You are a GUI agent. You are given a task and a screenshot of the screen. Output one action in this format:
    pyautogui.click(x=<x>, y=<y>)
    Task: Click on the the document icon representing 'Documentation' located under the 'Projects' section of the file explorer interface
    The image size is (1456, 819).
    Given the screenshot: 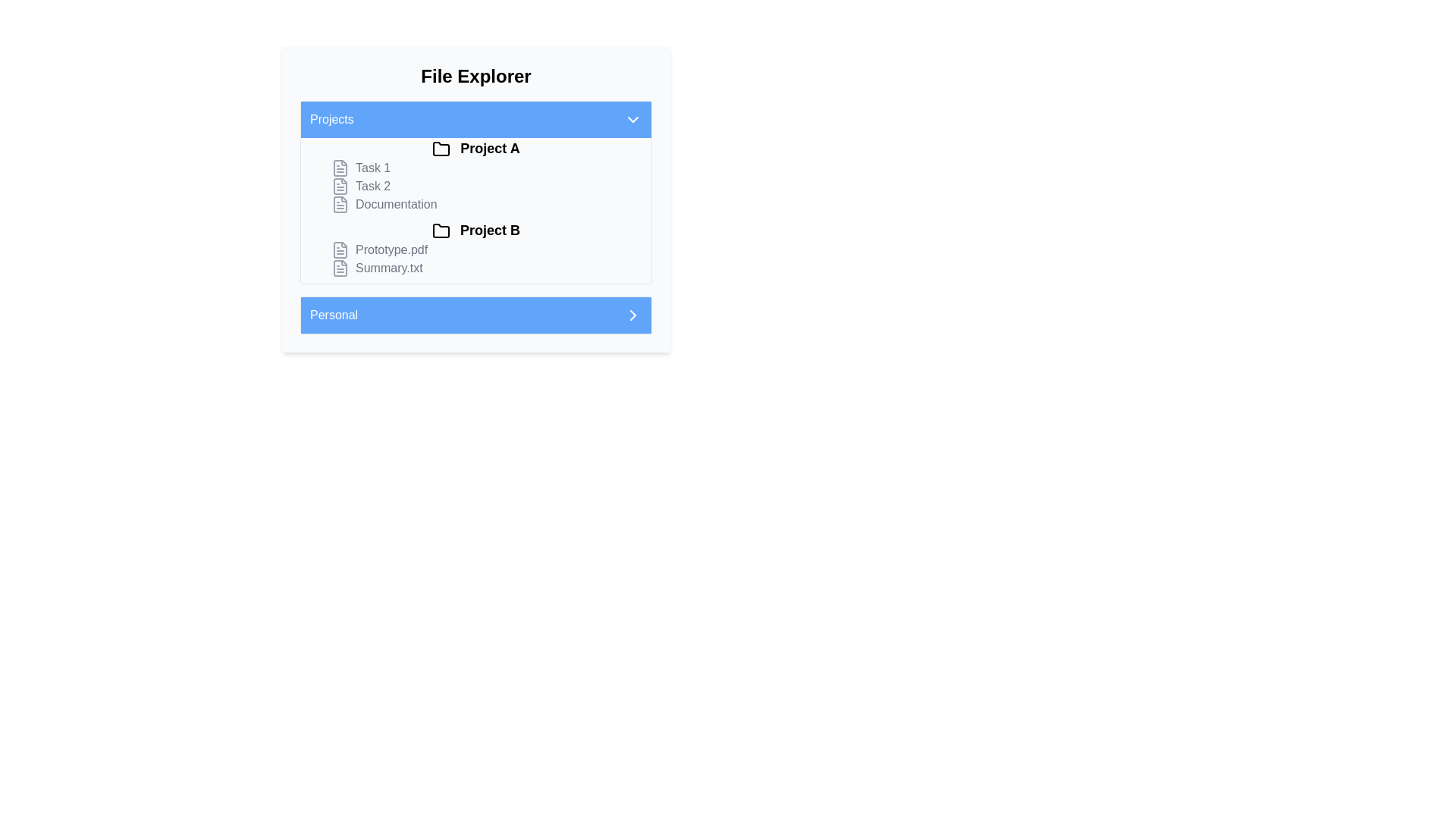 What is the action you would take?
    pyautogui.click(x=340, y=205)
    